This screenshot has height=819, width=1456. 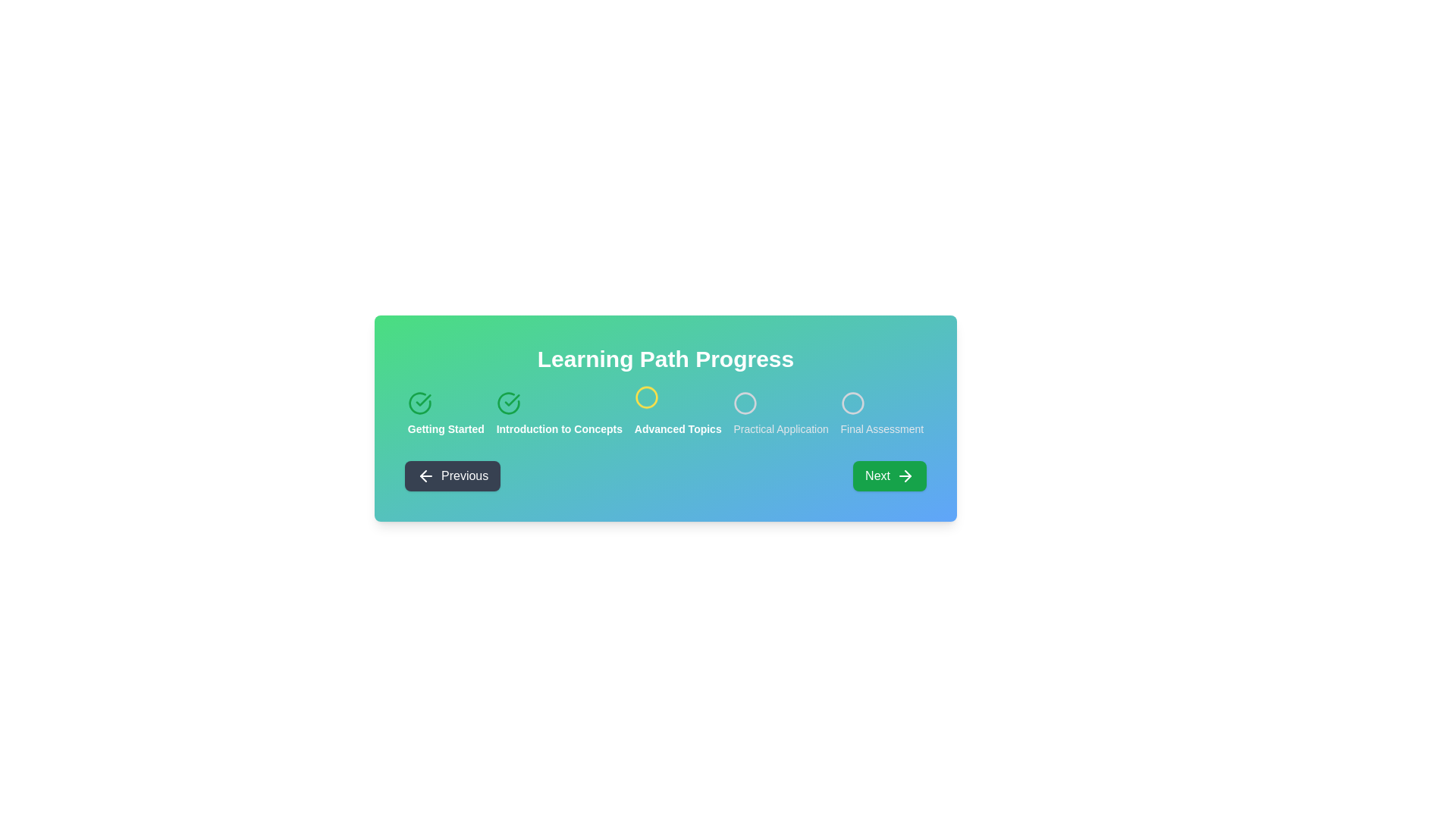 I want to click on the 'Final Assessment' label, which is a small light gray text label positioned at the far right of the row on a gradient background, so click(x=882, y=429).